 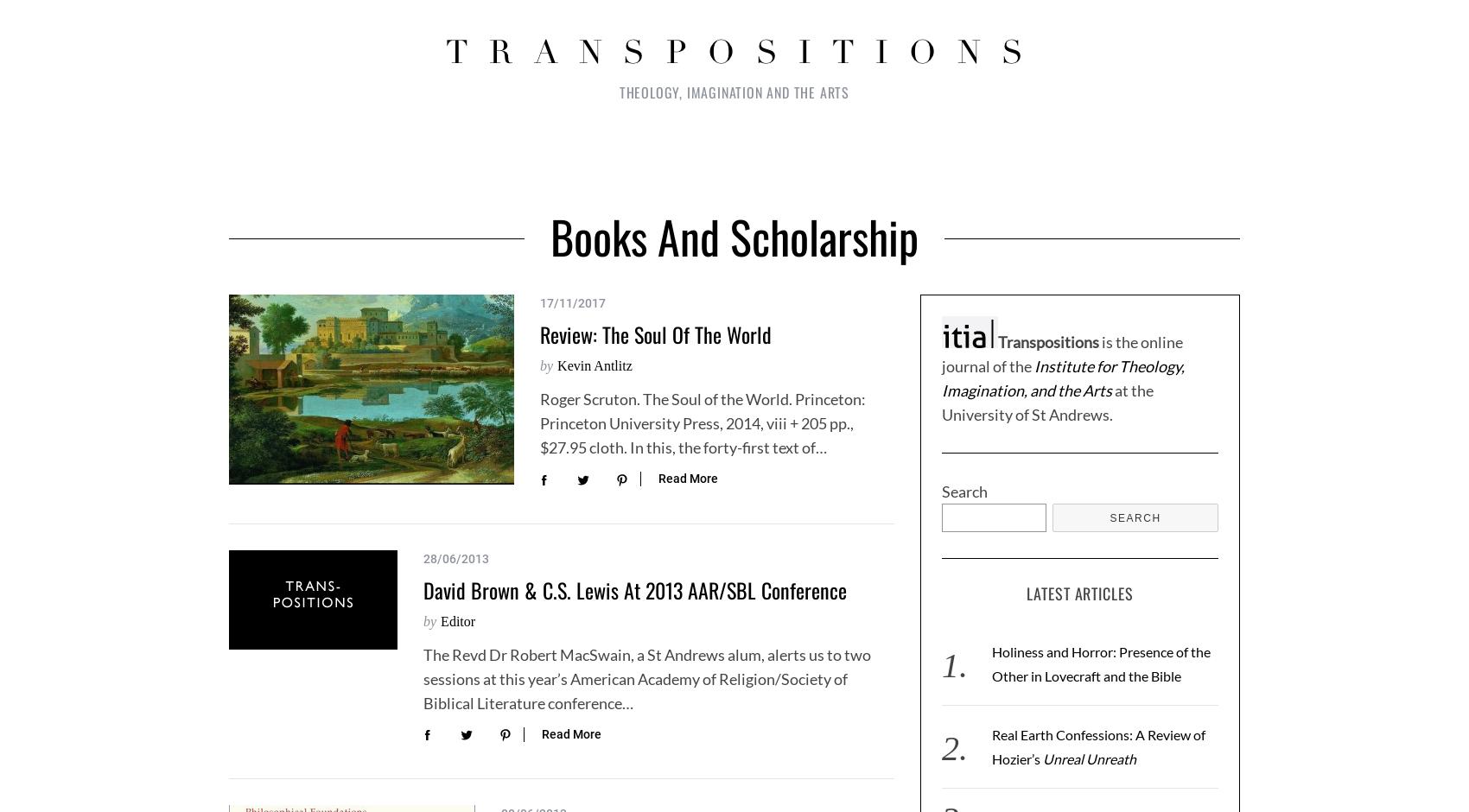 What do you see at coordinates (702, 423) in the screenshot?
I see `'Roger Scruton. The Soul of the World. Princeton: Princeton University Press, 2014, viii + 205 pp., $27.95 cloth. In this, the forty-first text of…'` at bounding box center [702, 423].